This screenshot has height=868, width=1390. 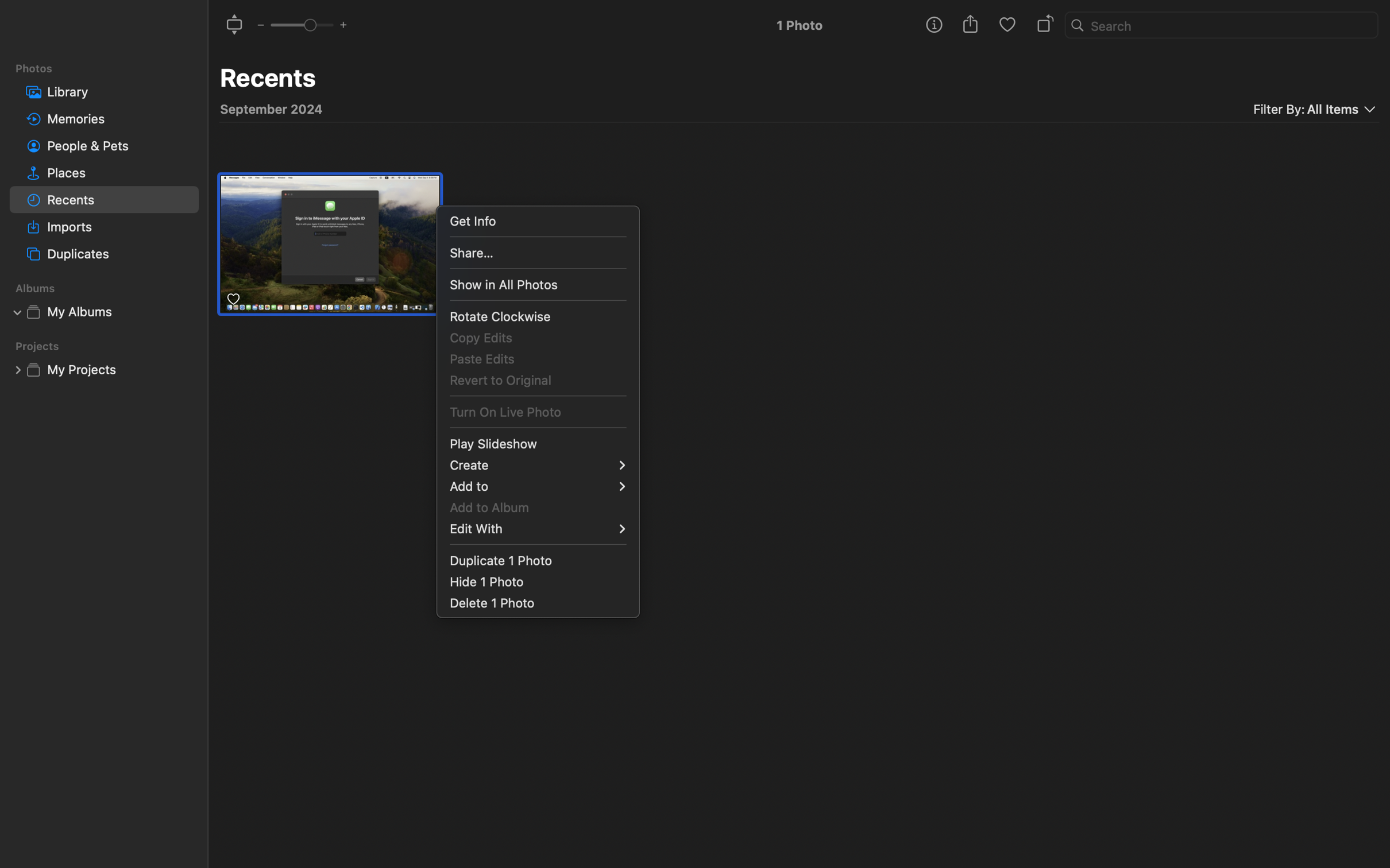 What do you see at coordinates (300, 24) in the screenshot?
I see `'2.0'` at bounding box center [300, 24].